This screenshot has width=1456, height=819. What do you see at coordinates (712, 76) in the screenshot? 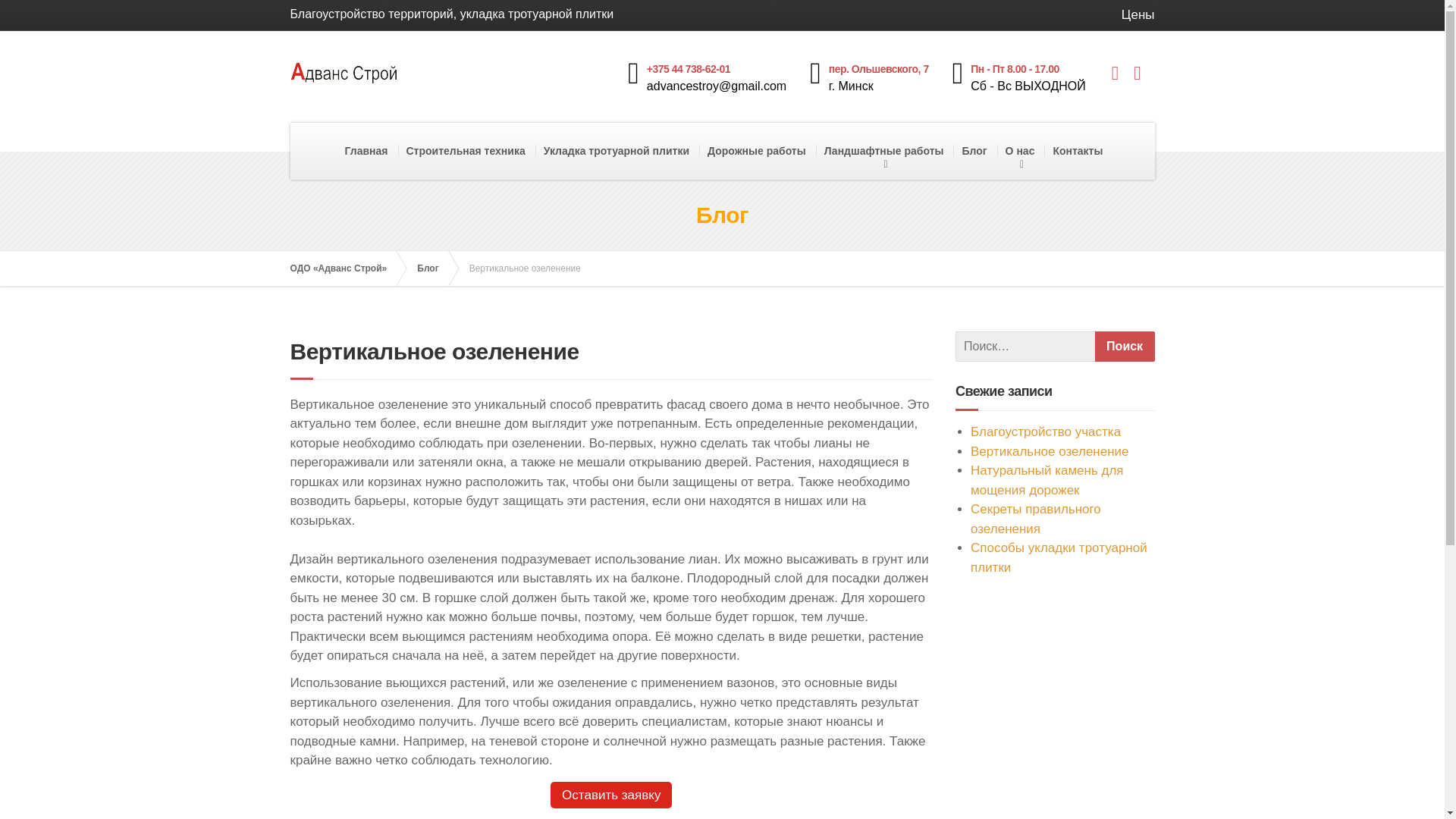
I see `'+375 44 738-62-01` at bounding box center [712, 76].